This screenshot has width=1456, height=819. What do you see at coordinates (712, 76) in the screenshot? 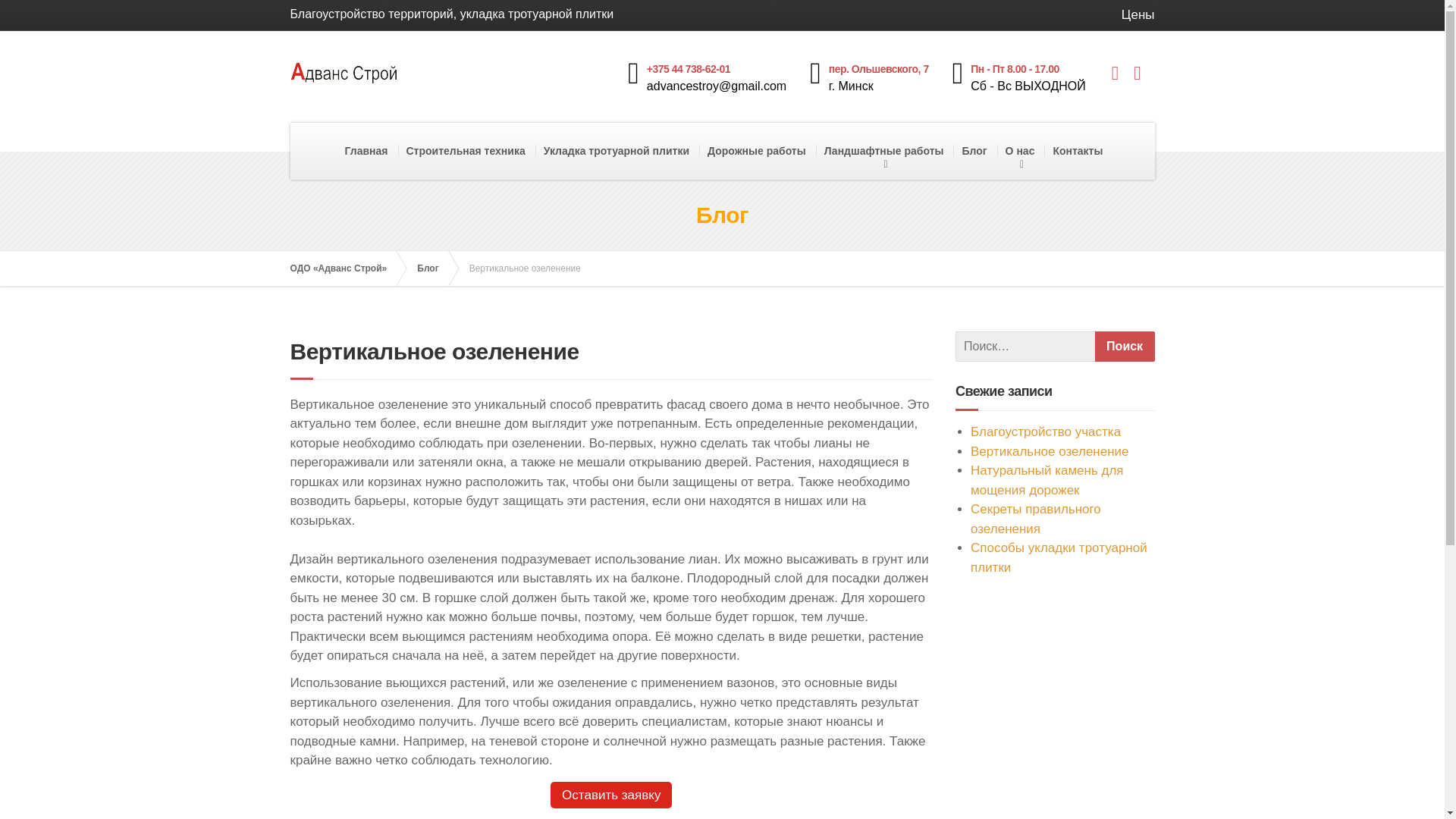
I see `'+375 44 738-62-01` at bounding box center [712, 76].